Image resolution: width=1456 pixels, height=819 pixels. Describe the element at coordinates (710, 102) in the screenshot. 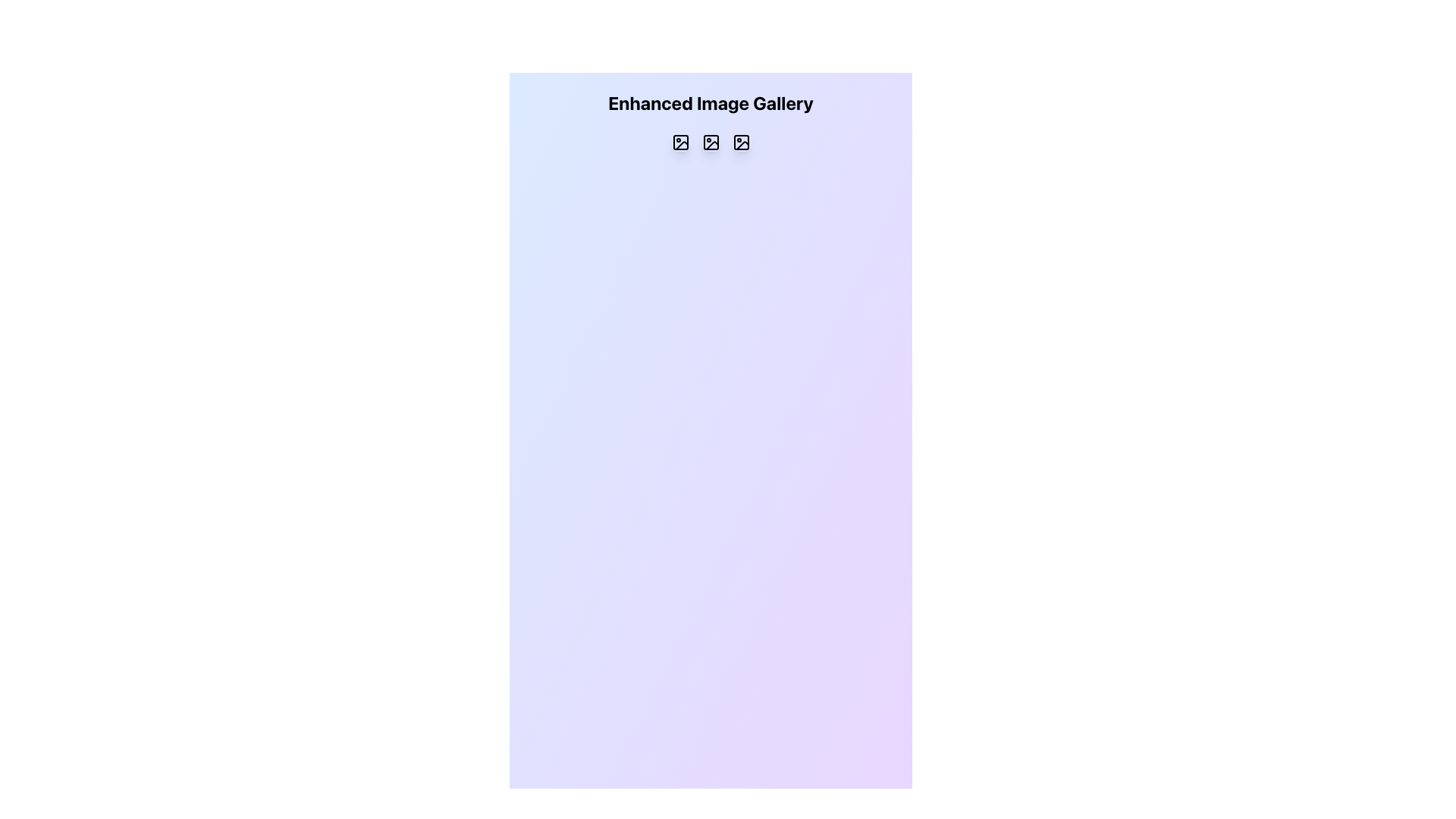

I see `static text element that serves as the header for the section, identifying the content as 'Enhanced Image Gallery'` at that location.